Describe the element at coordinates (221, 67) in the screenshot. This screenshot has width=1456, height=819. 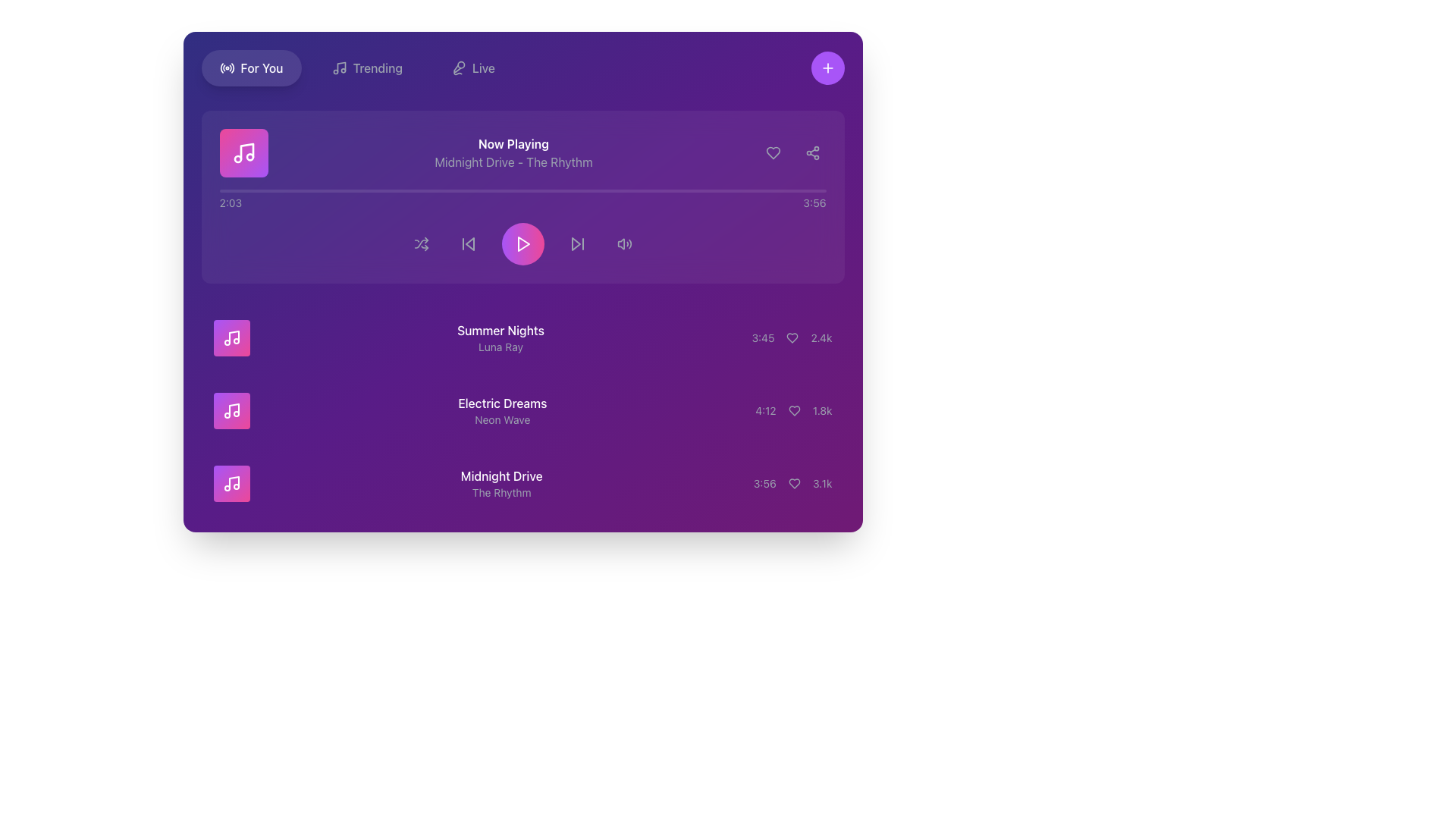
I see `the leftmost outer arc of the curved line segment in the upper left section of the interface, which is part of a circular vector graphic` at that location.